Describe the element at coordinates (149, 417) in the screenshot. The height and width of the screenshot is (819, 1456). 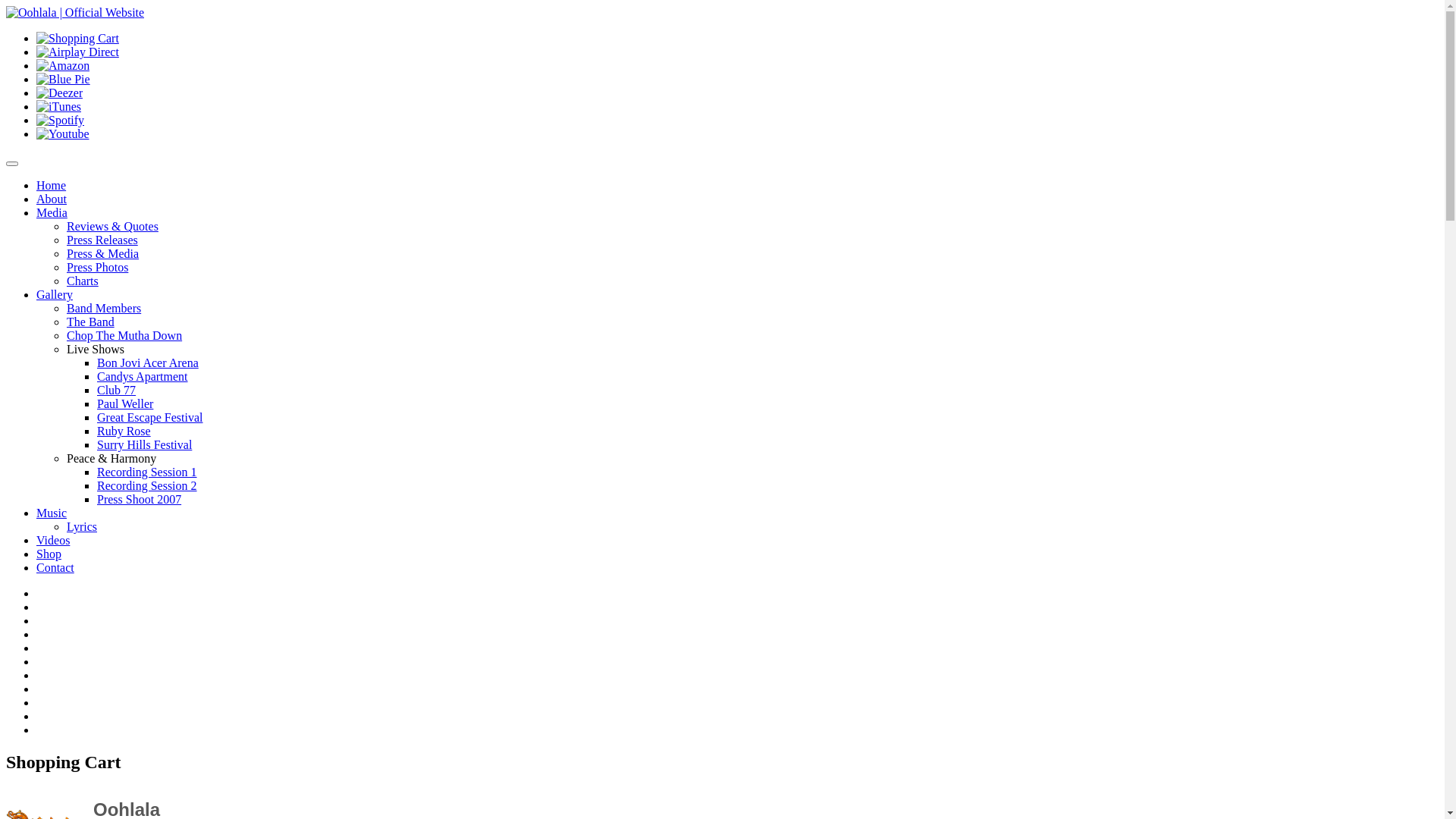
I see `'Great Escape Festival'` at that location.